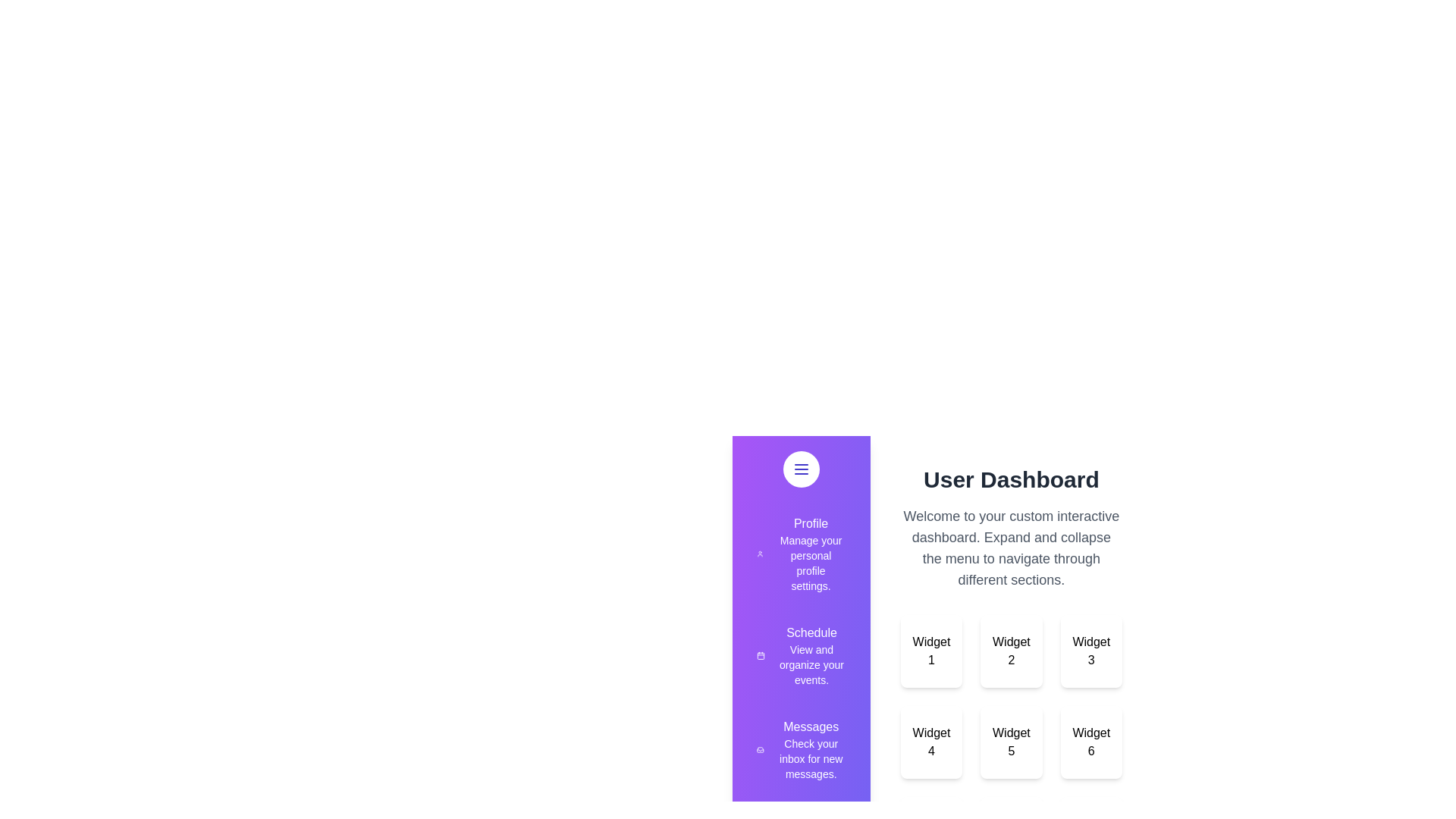 Image resolution: width=1456 pixels, height=819 pixels. What do you see at coordinates (800, 654) in the screenshot?
I see `the section corresponding to Schedule in the drawer` at bounding box center [800, 654].